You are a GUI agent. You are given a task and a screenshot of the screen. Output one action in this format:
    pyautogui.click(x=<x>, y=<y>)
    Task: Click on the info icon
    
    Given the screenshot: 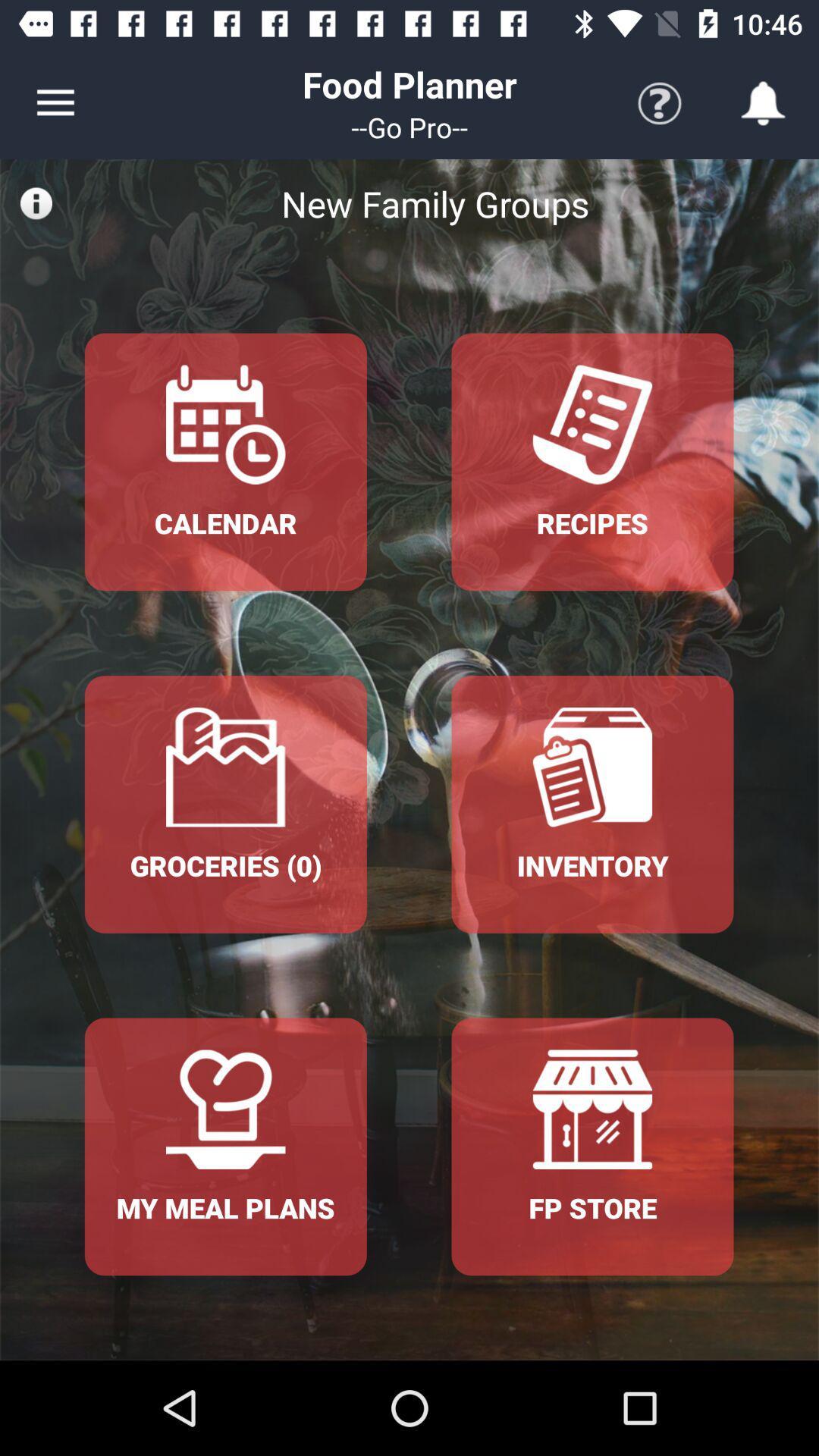 What is the action you would take?
    pyautogui.click(x=35, y=202)
    